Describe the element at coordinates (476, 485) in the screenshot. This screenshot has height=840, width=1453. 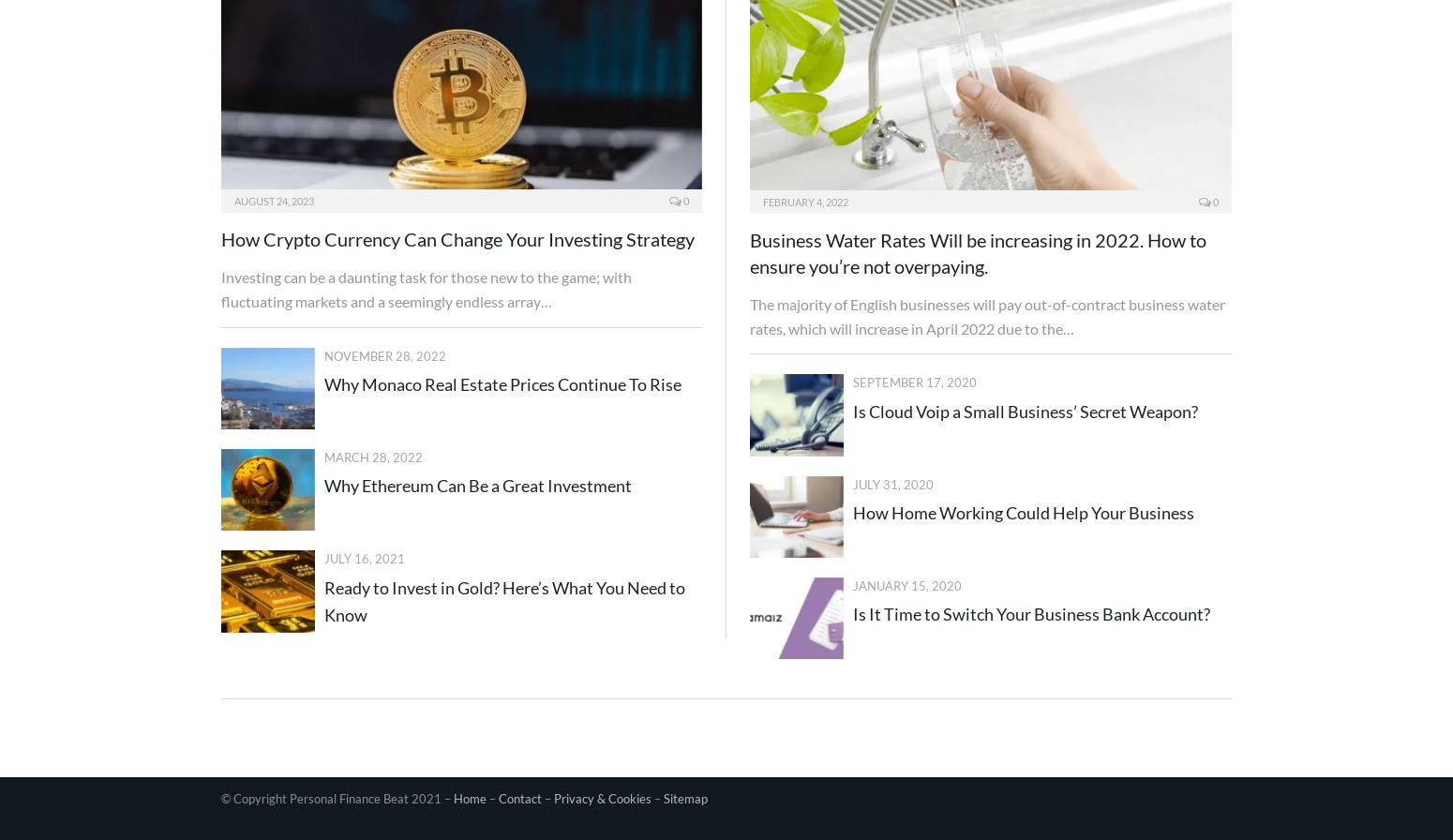
I see `'Why Ethereum Can Be a Great Investment'` at that location.